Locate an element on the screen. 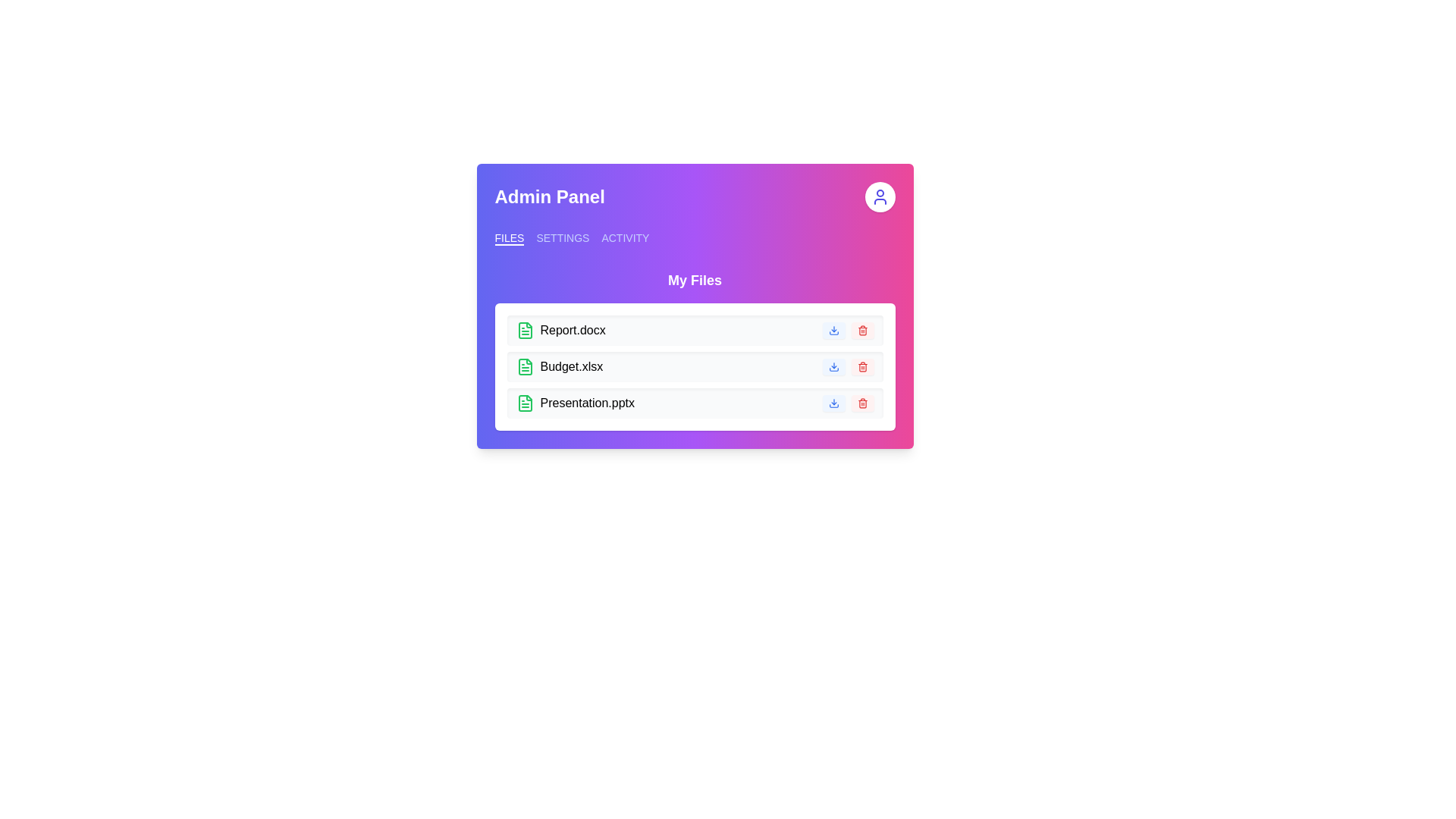  the downward-pointing arrow icon within the download button associated with the file 'Budget.xlsx' is located at coordinates (833, 366).